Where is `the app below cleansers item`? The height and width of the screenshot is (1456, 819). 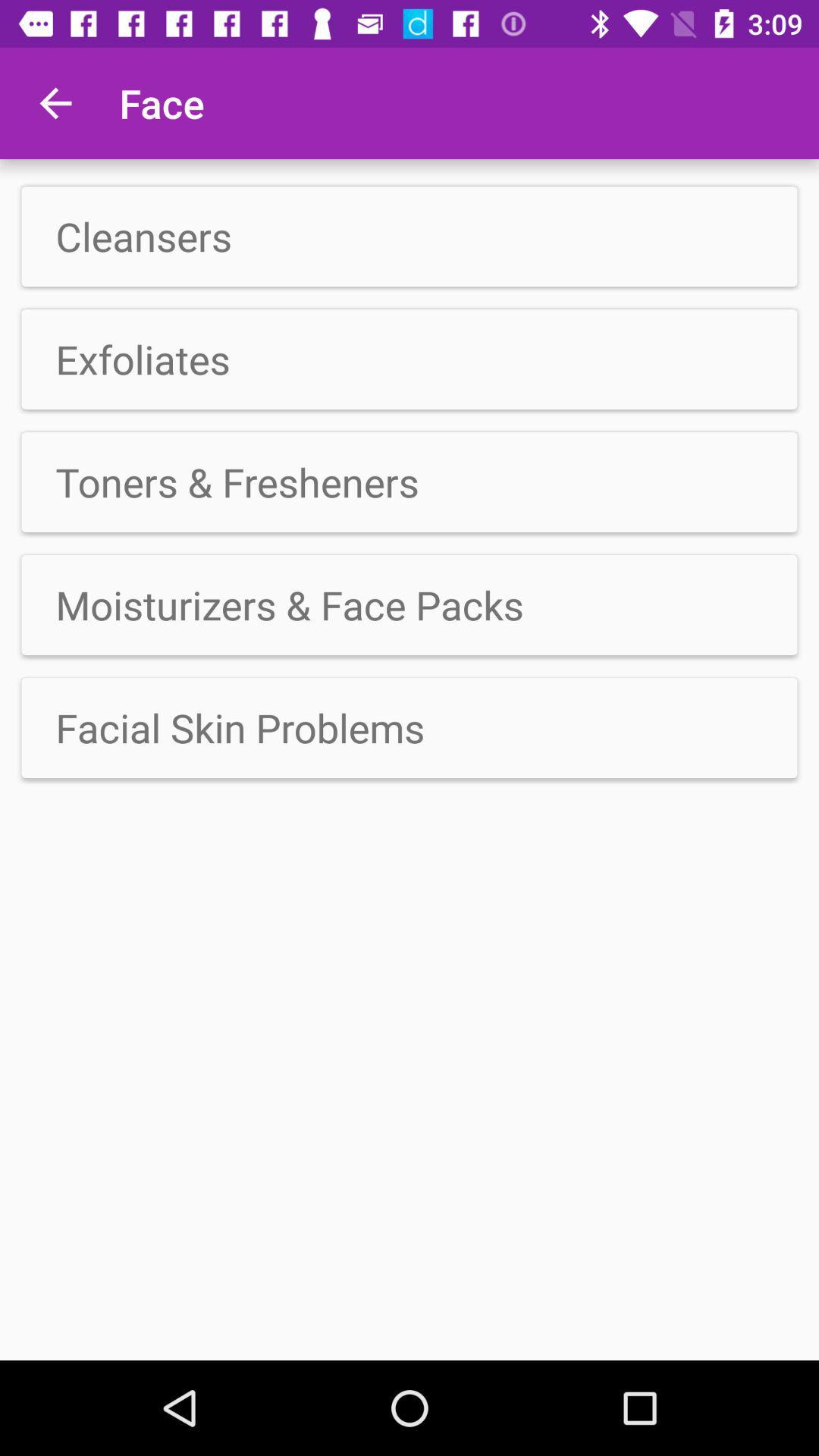 the app below cleansers item is located at coordinates (409, 359).